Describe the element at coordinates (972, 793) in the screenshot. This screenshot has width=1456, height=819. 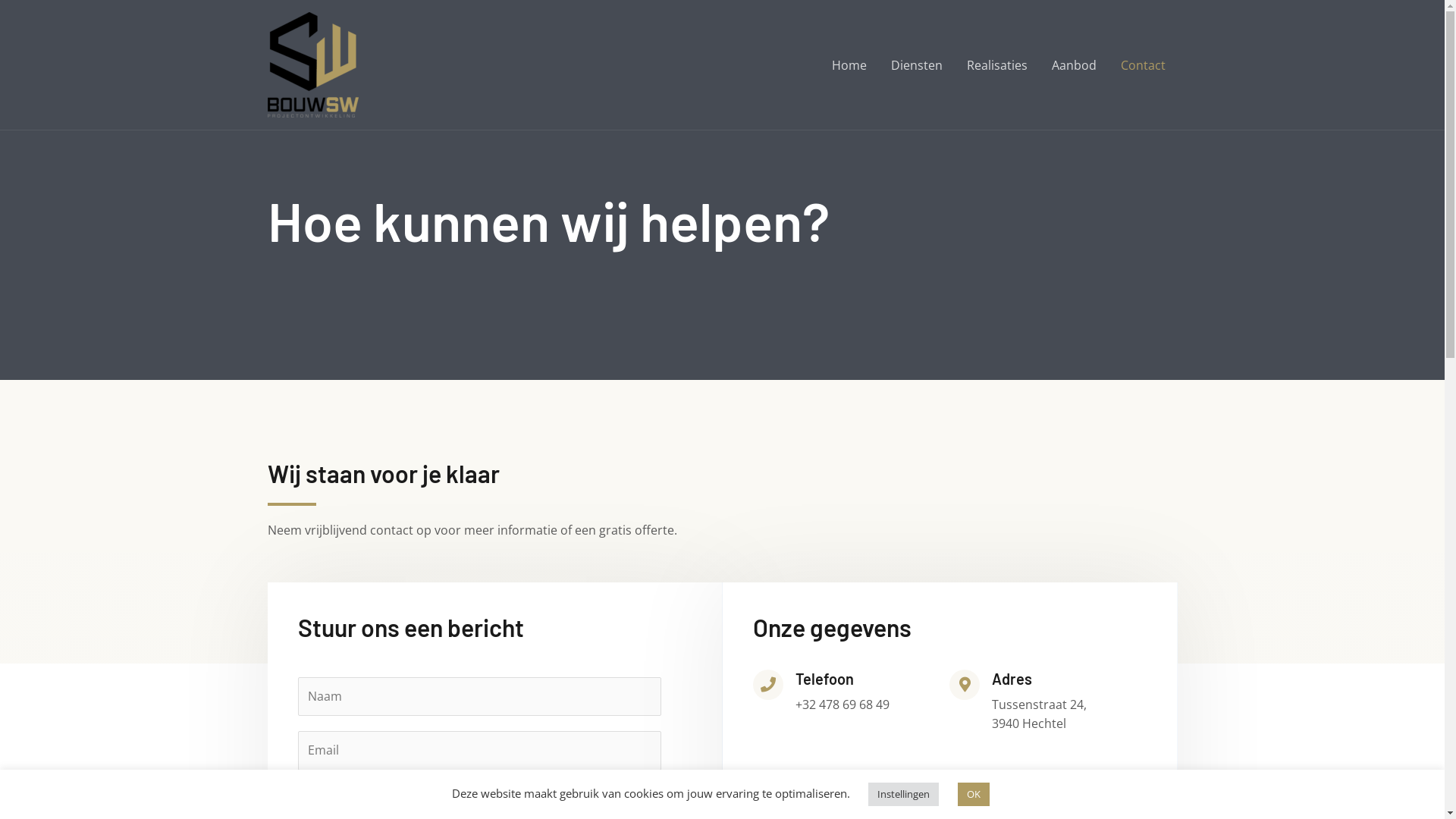
I see `'OK'` at that location.